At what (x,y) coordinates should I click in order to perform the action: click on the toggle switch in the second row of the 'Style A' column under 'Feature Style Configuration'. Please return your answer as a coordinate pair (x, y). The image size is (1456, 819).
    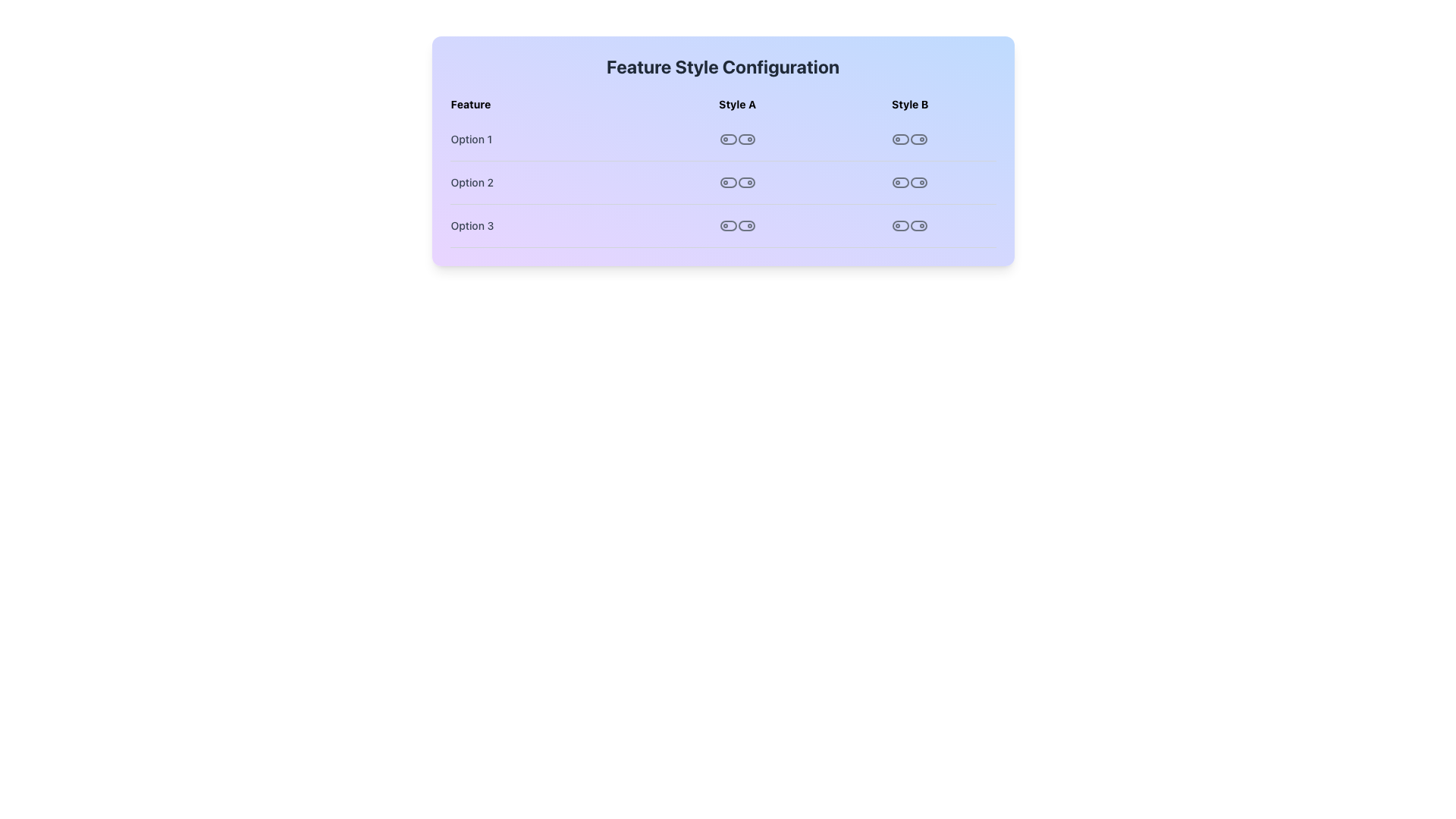
    Looking at the image, I should click on (746, 181).